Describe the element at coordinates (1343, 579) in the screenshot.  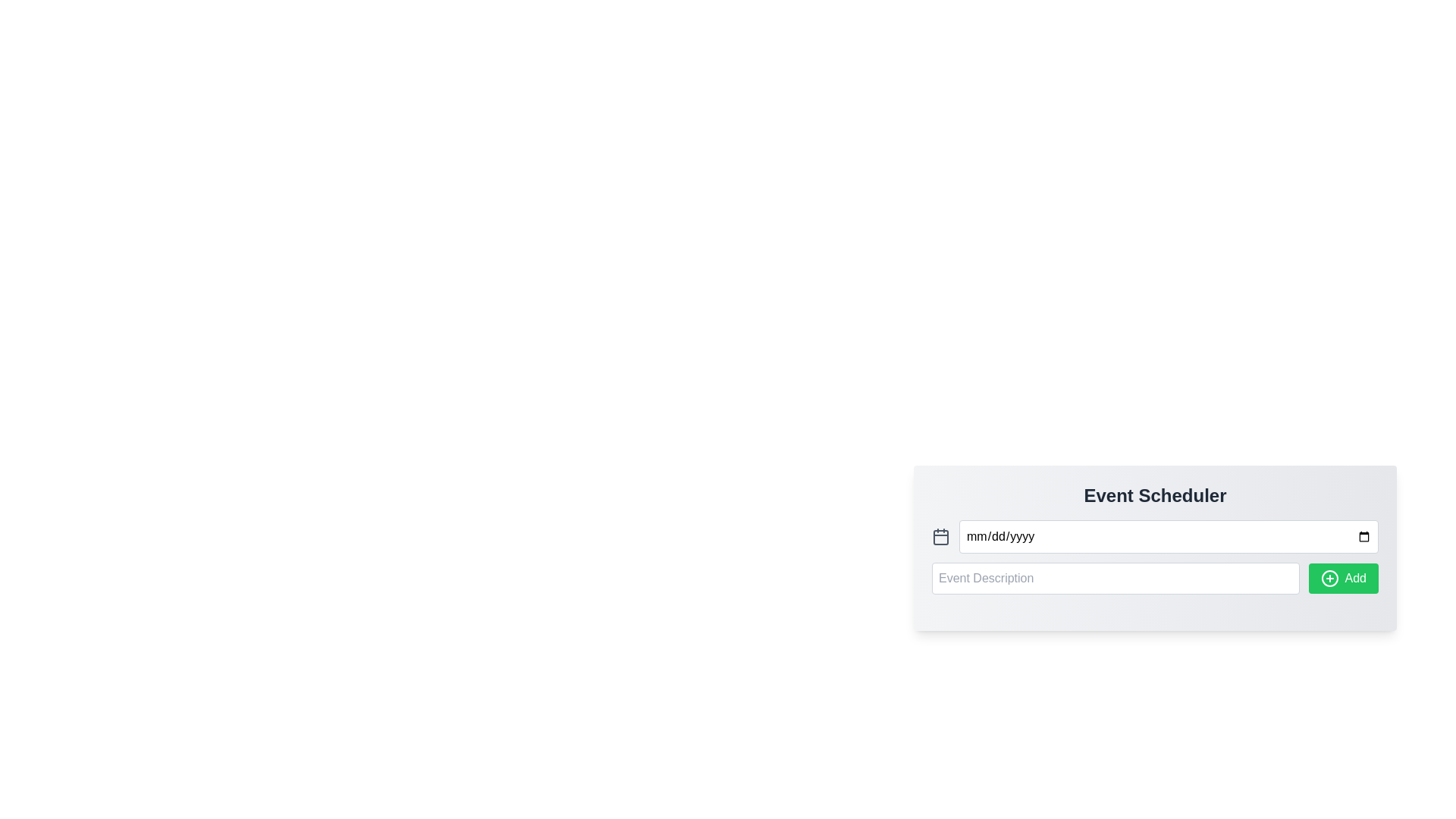
I see `the green 'Add' button with white text and a plus sign icon located on the rightmost side of the input form` at that location.